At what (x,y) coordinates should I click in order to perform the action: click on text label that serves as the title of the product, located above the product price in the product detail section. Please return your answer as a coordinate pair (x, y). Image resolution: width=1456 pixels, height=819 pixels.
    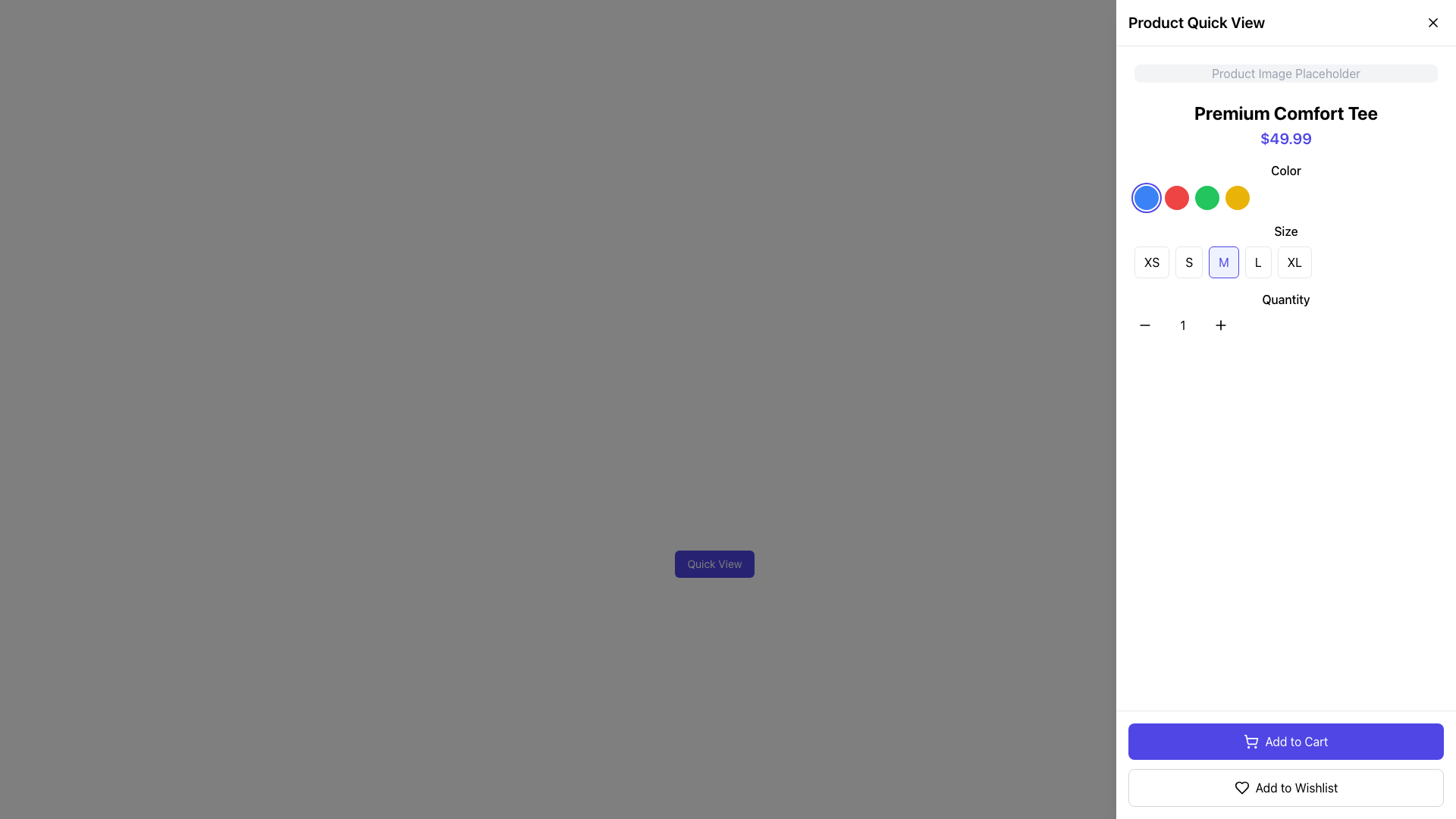
    Looking at the image, I should click on (1285, 112).